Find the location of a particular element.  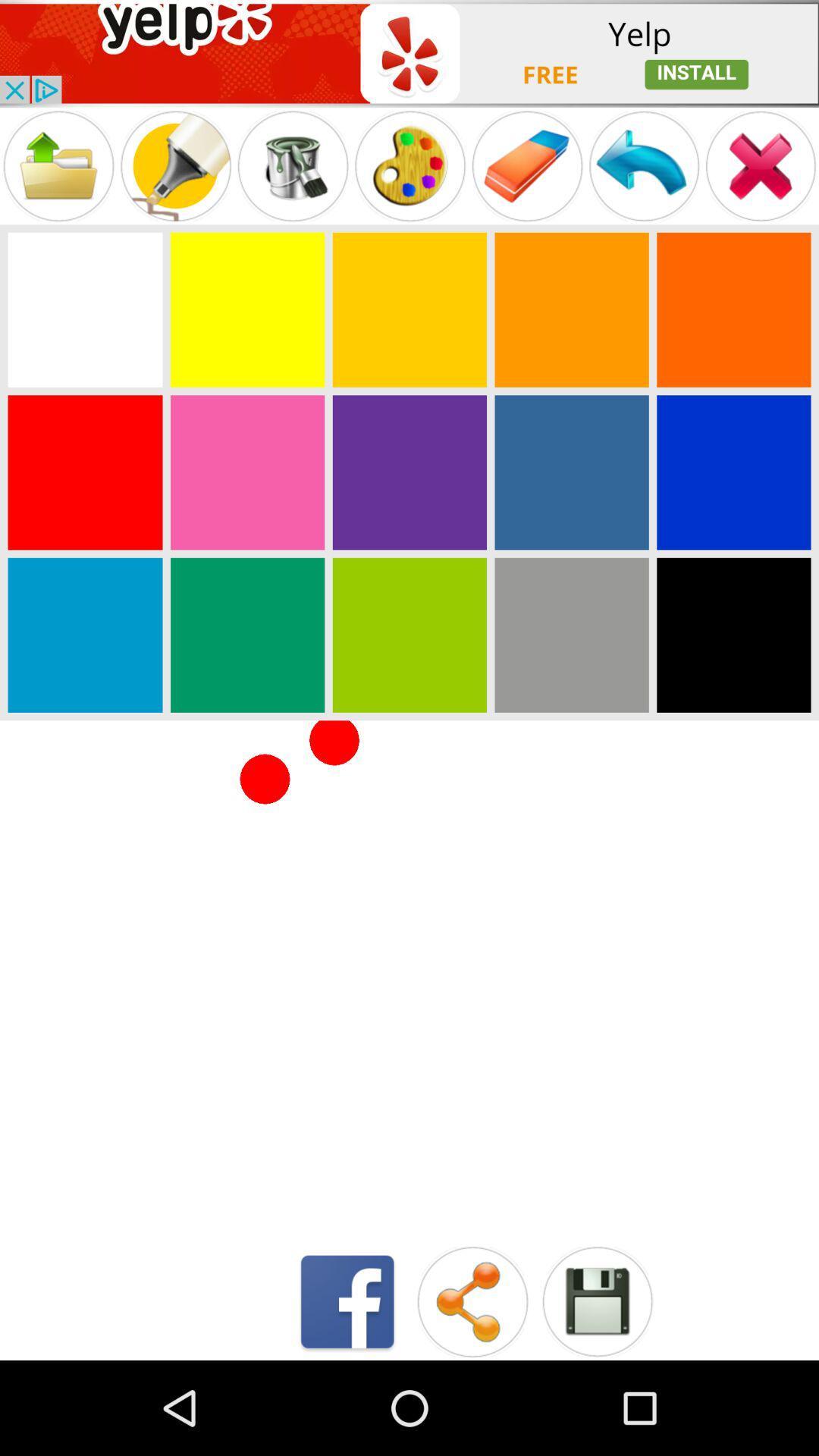

color is located at coordinates (246, 309).